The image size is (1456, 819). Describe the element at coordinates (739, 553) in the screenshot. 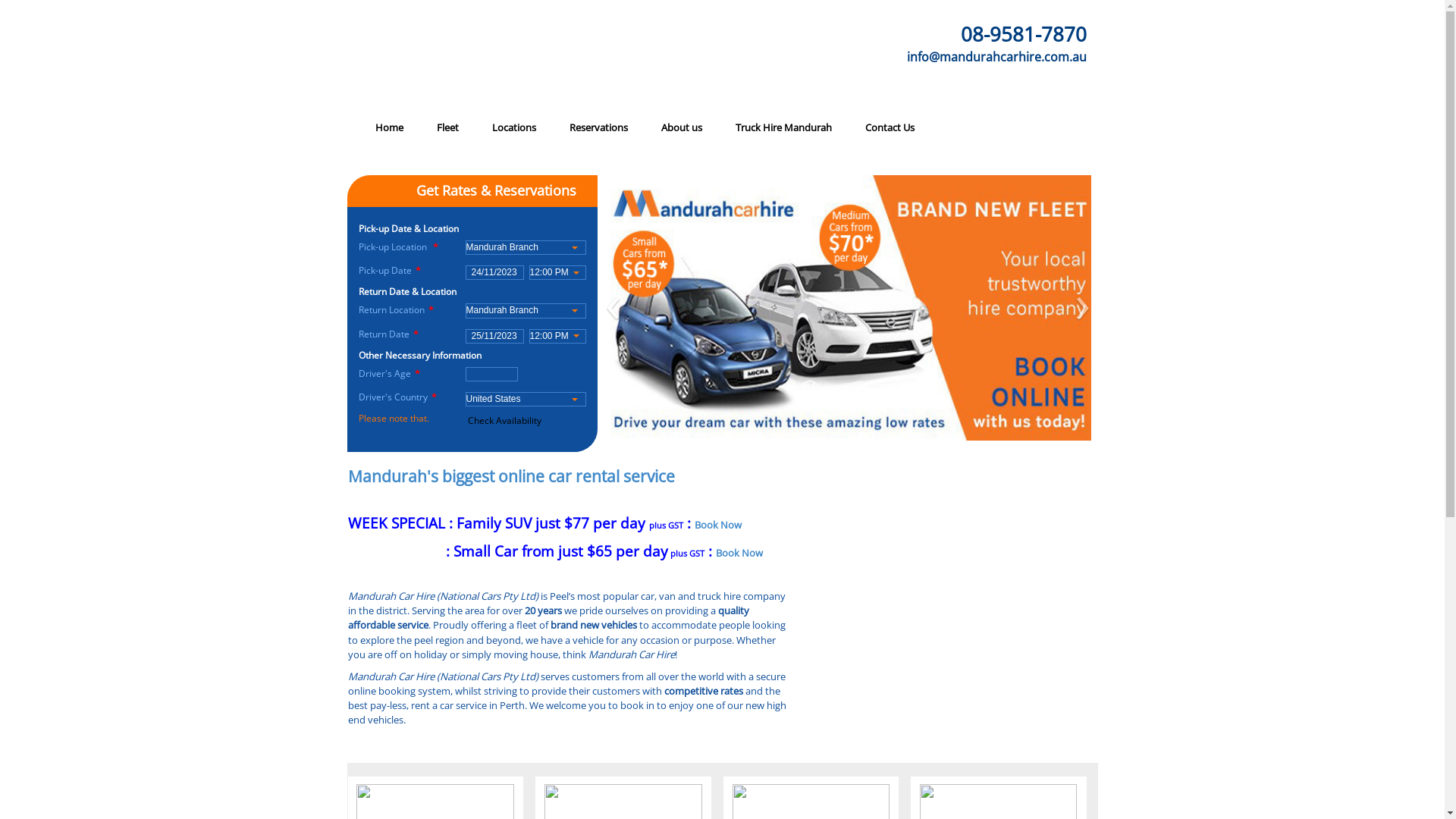

I see `'Book Now'` at that location.